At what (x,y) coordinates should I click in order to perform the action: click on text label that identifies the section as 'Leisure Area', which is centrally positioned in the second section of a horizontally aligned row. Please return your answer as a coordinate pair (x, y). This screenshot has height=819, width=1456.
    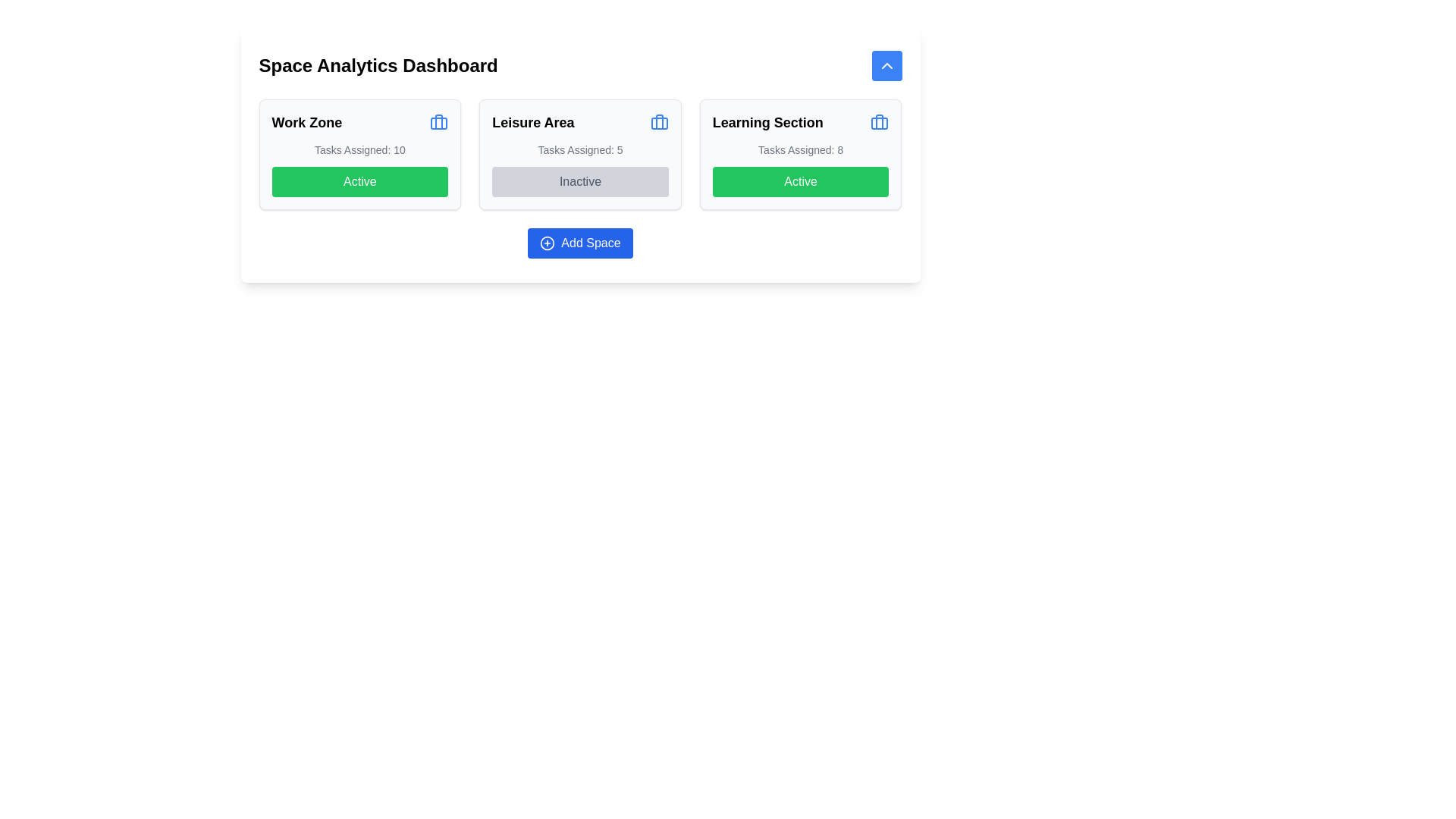
    Looking at the image, I should click on (533, 122).